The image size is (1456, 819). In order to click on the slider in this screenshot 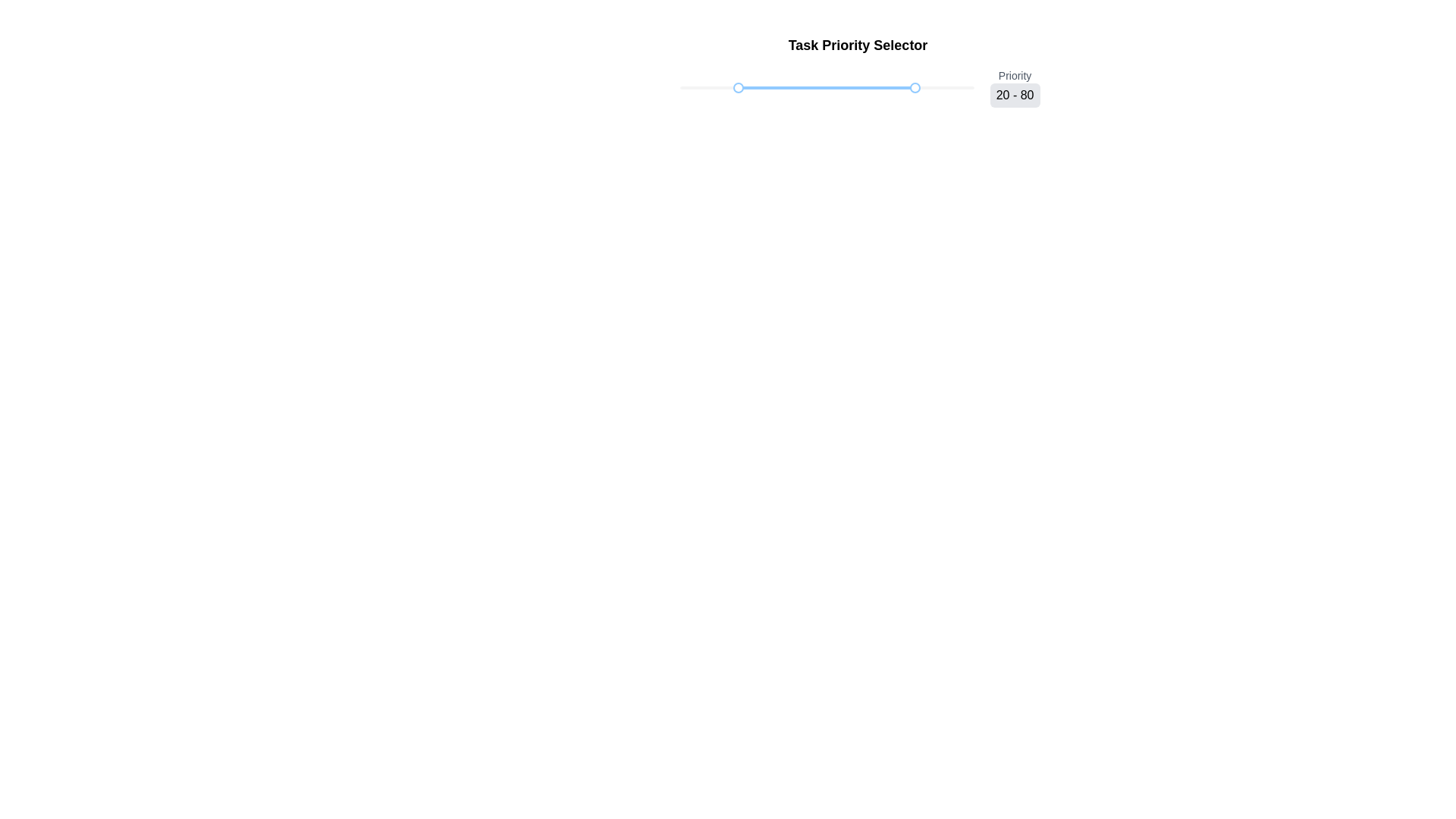, I will do `click(705, 87)`.